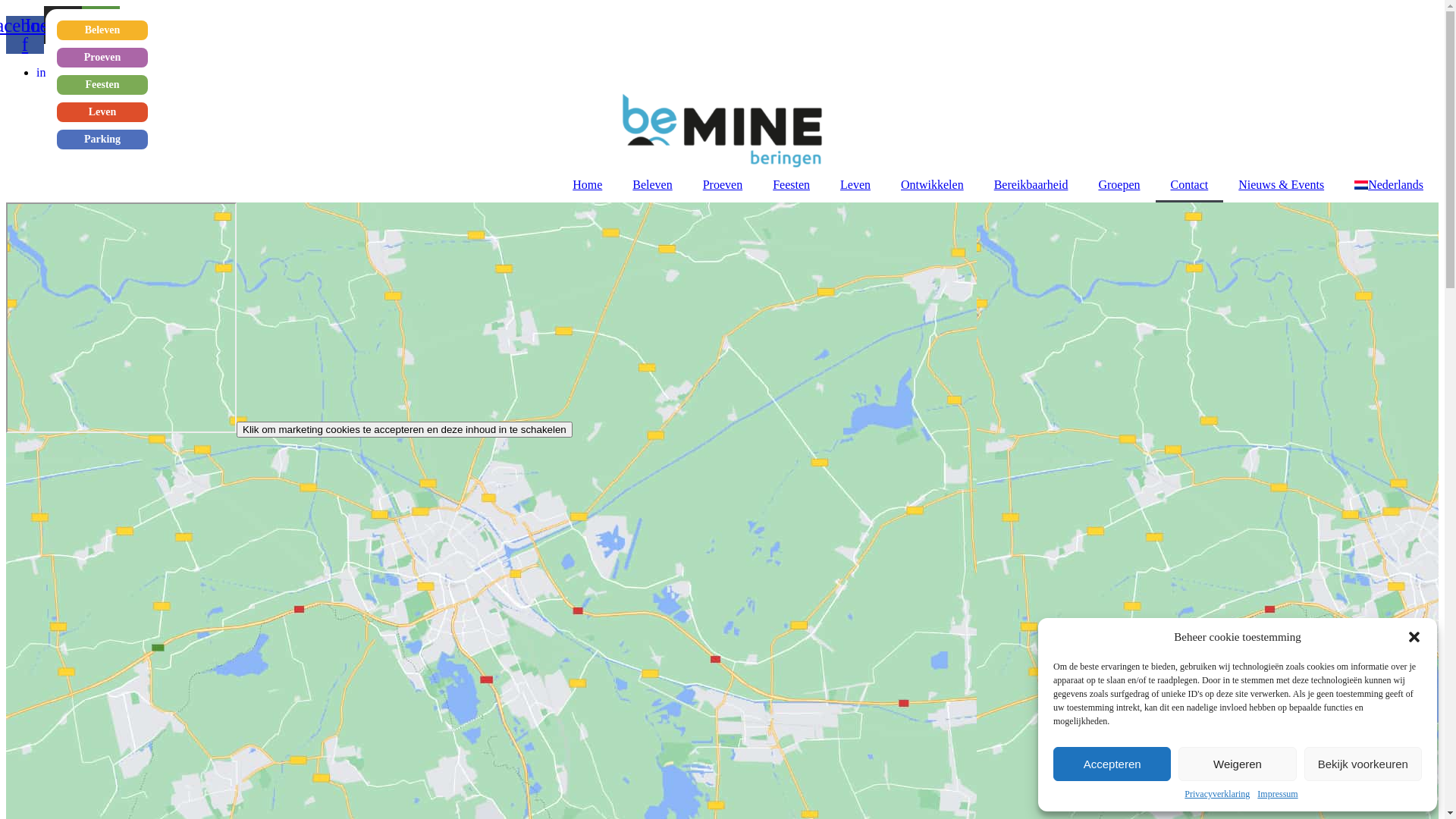 This screenshot has width=1456, height=819. What do you see at coordinates (1178, 764) in the screenshot?
I see `'Weigeren'` at bounding box center [1178, 764].